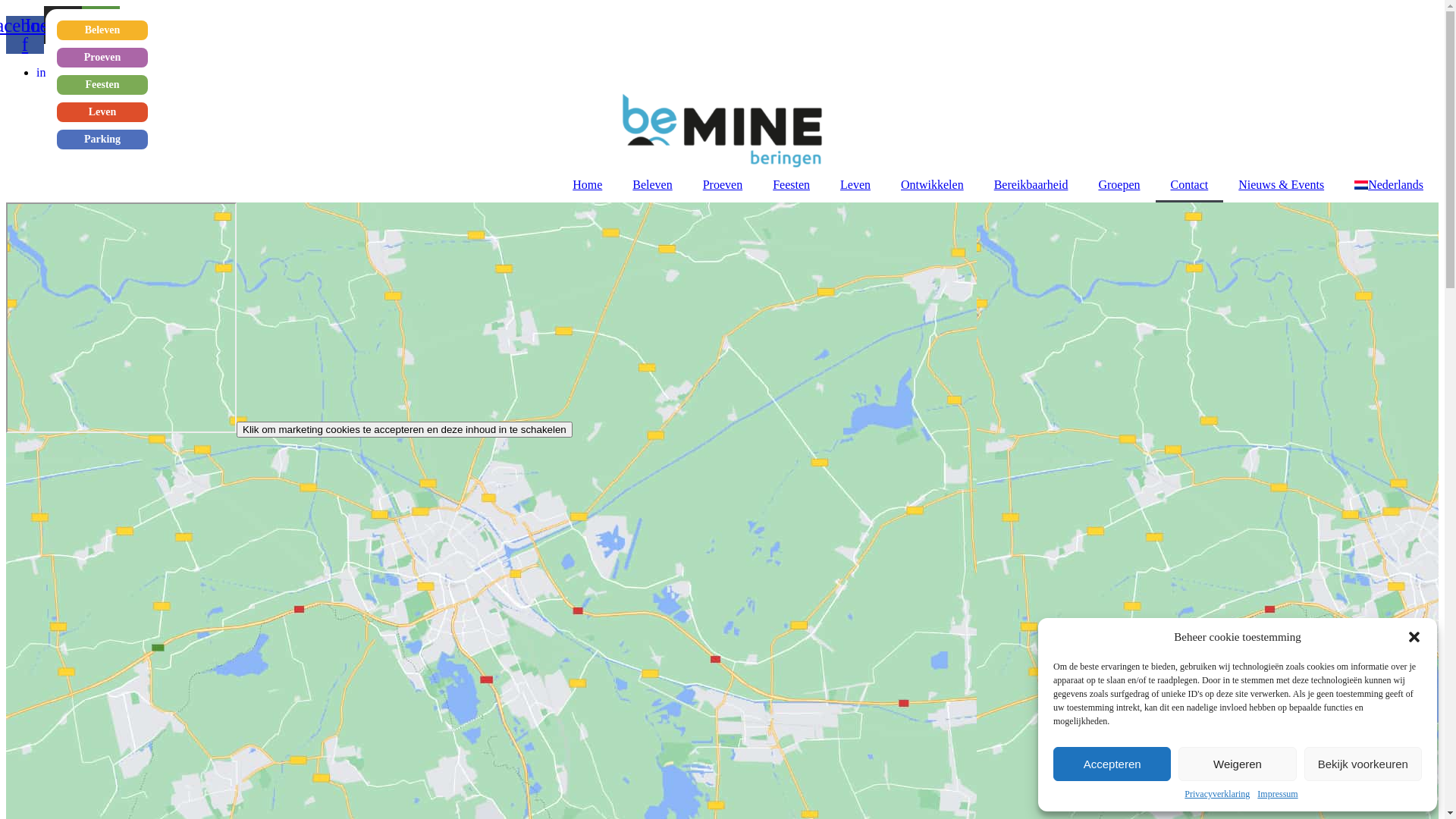 This screenshot has width=1456, height=819. What do you see at coordinates (1178, 764) in the screenshot?
I see `'Weigeren'` at bounding box center [1178, 764].